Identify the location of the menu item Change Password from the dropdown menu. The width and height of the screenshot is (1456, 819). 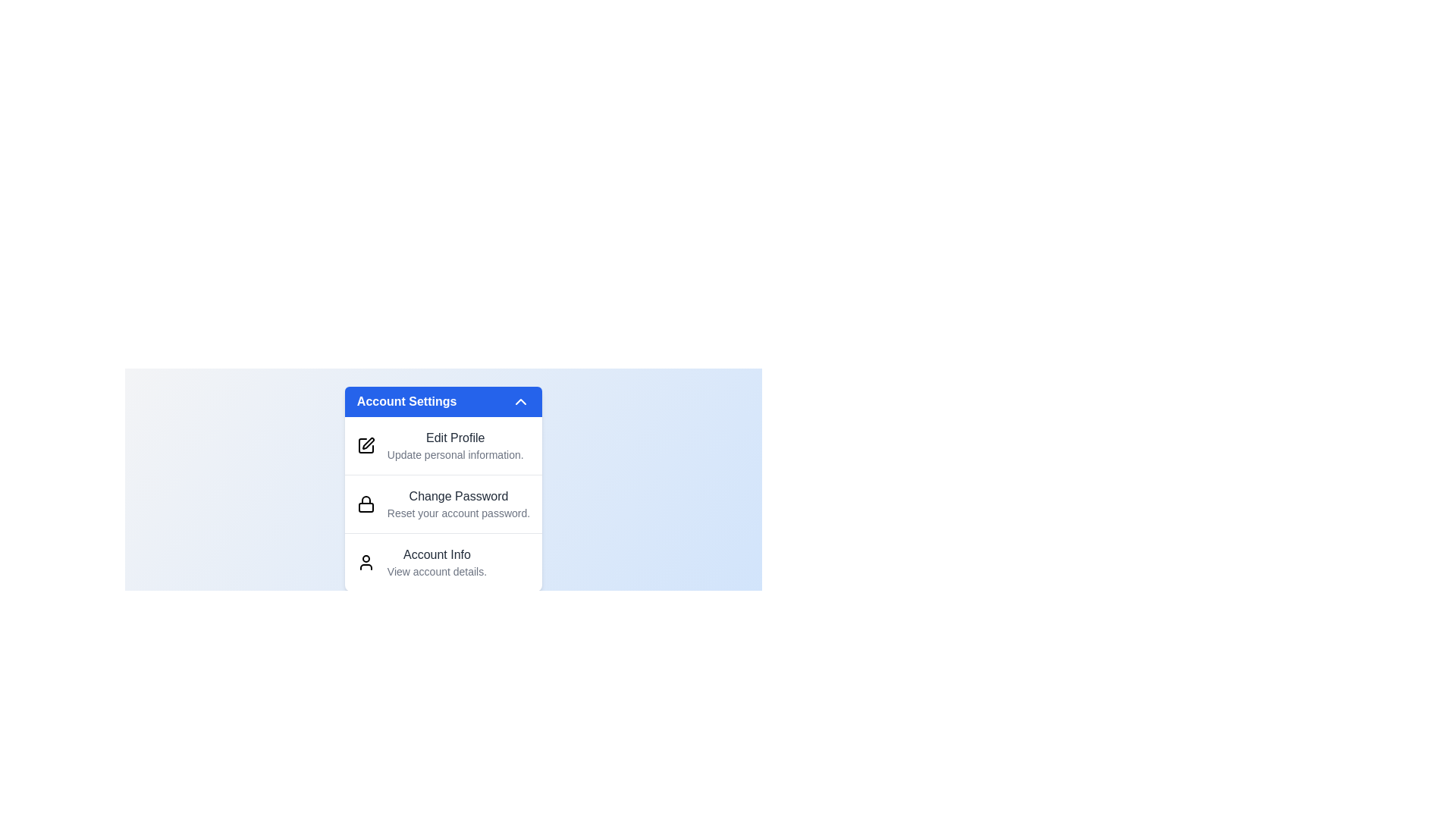
(443, 504).